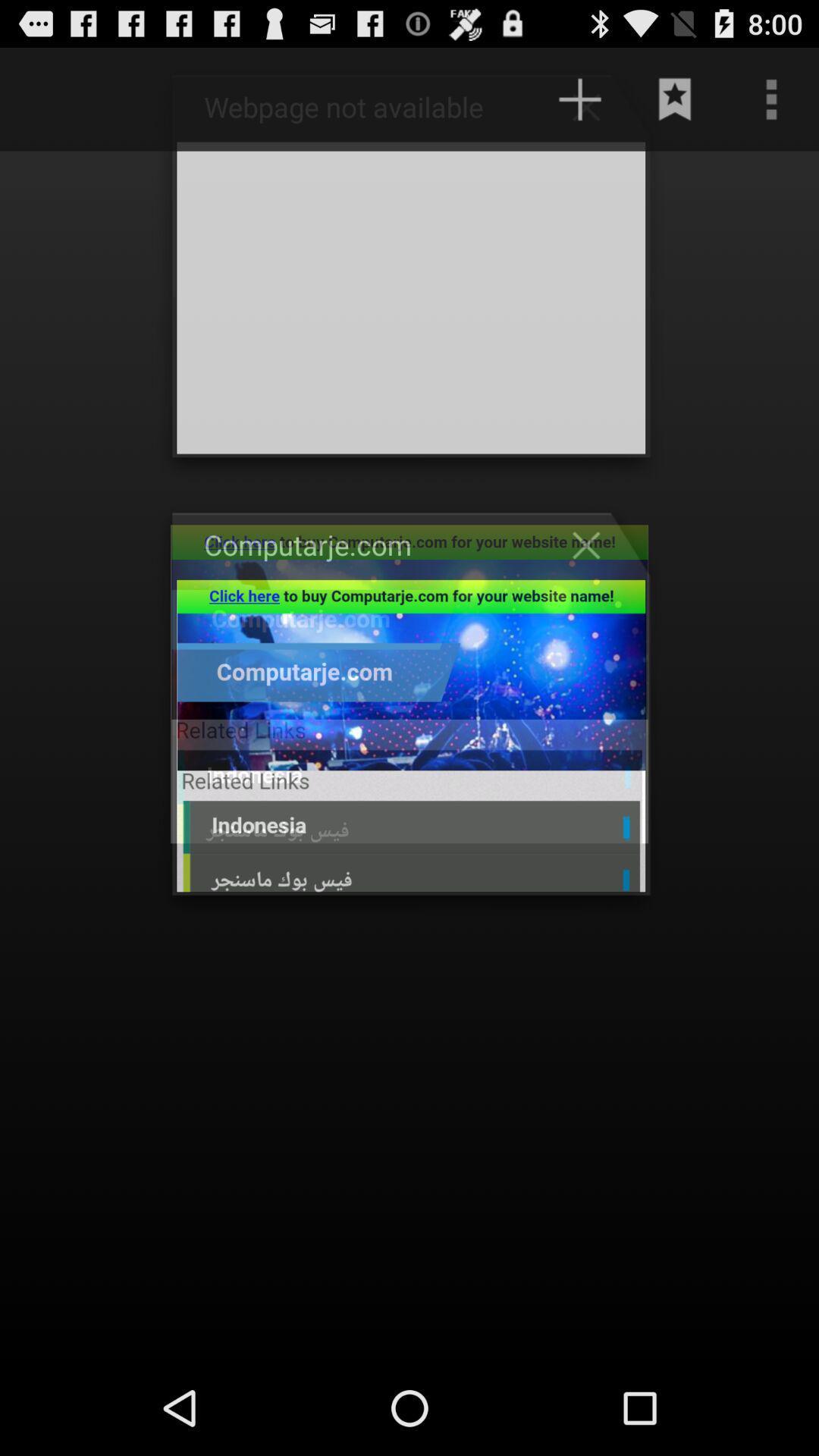 The image size is (819, 1456). What do you see at coordinates (593, 582) in the screenshot?
I see `the close icon` at bounding box center [593, 582].